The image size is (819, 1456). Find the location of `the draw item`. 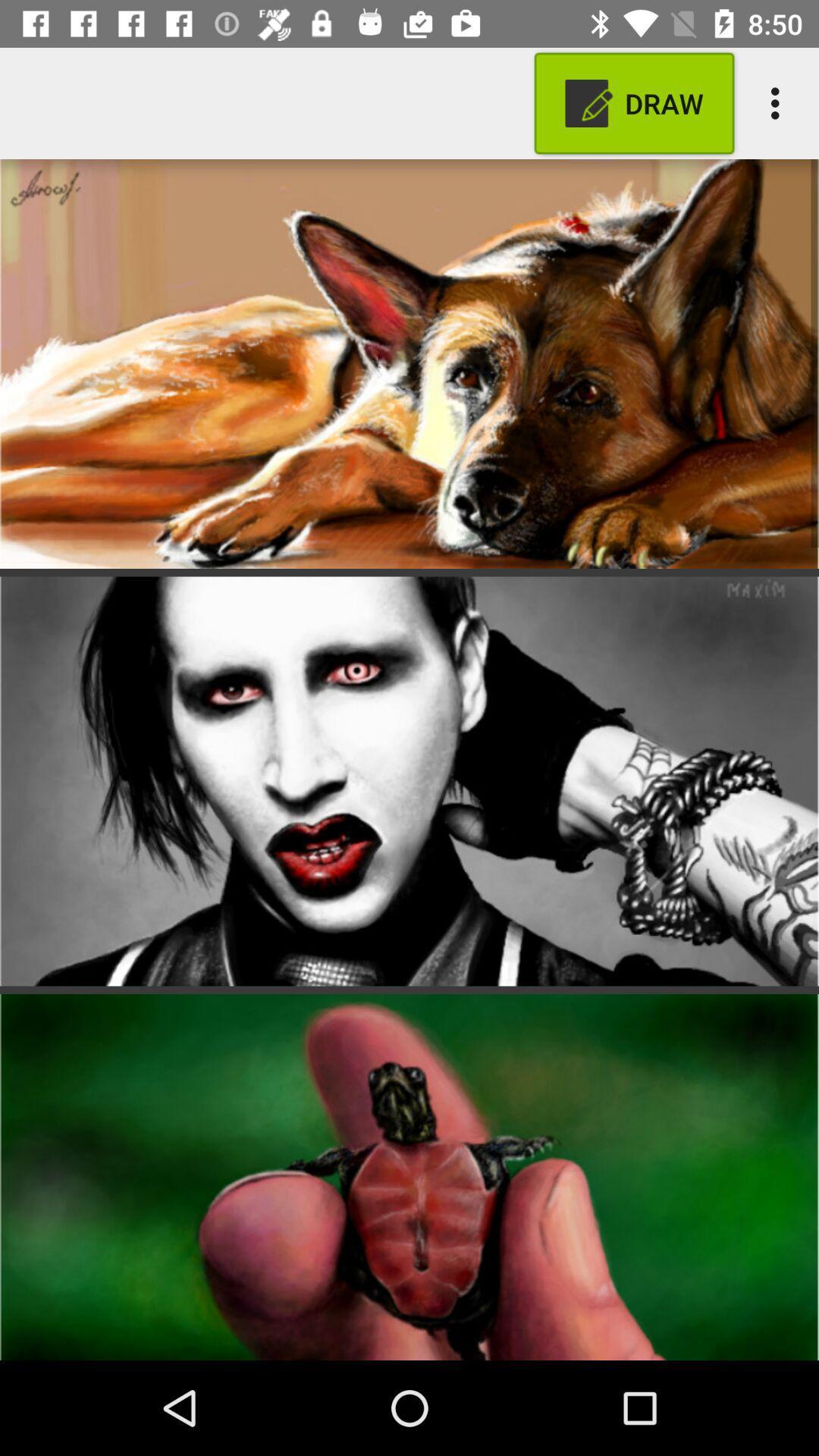

the draw item is located at coordinates (634, 102).